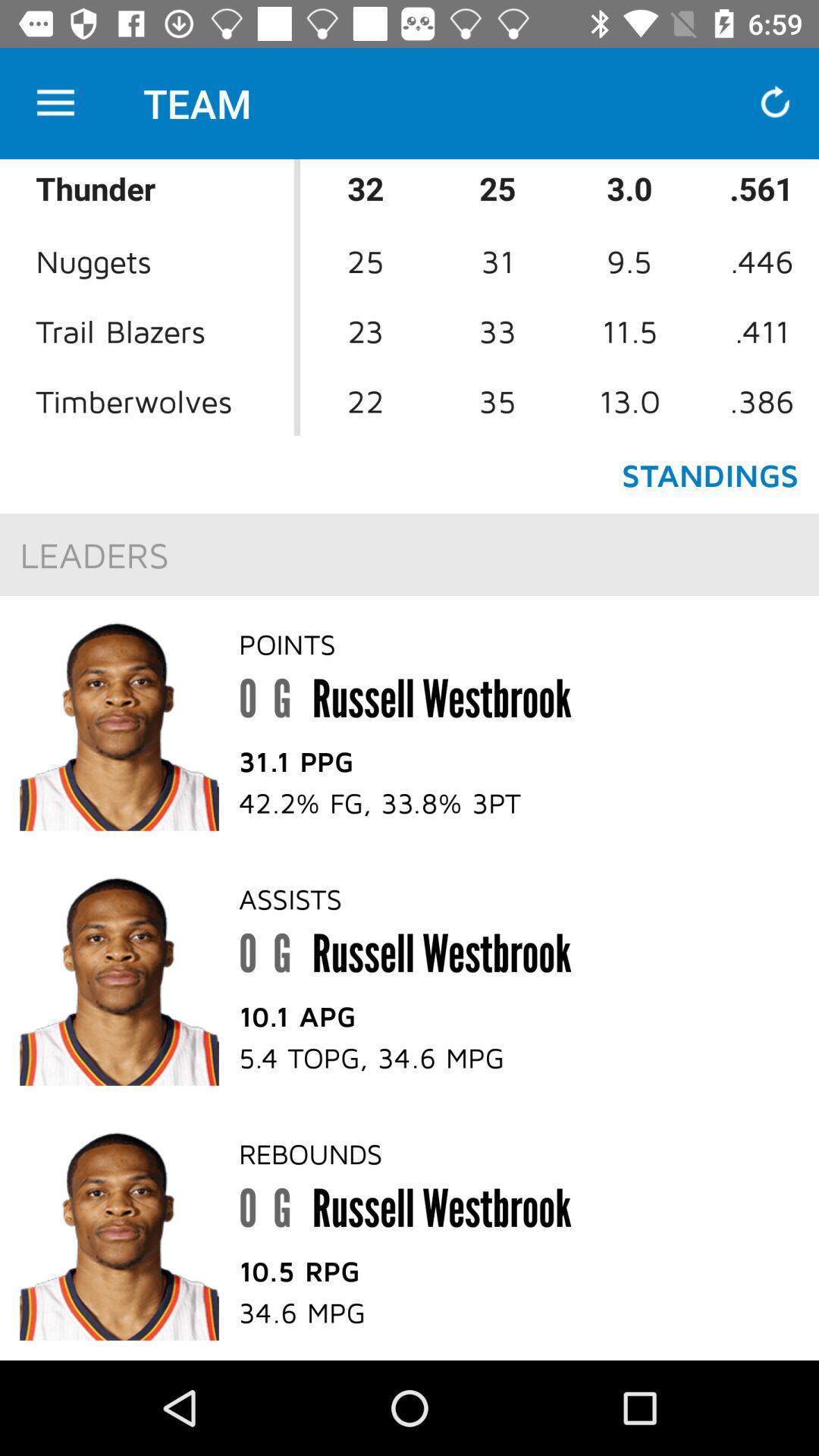 This screenshot has width=819, height=1456. Describe the element at coordinates (55, 102) in the screenshot. I see `the icon to the left of the team item` at that location.